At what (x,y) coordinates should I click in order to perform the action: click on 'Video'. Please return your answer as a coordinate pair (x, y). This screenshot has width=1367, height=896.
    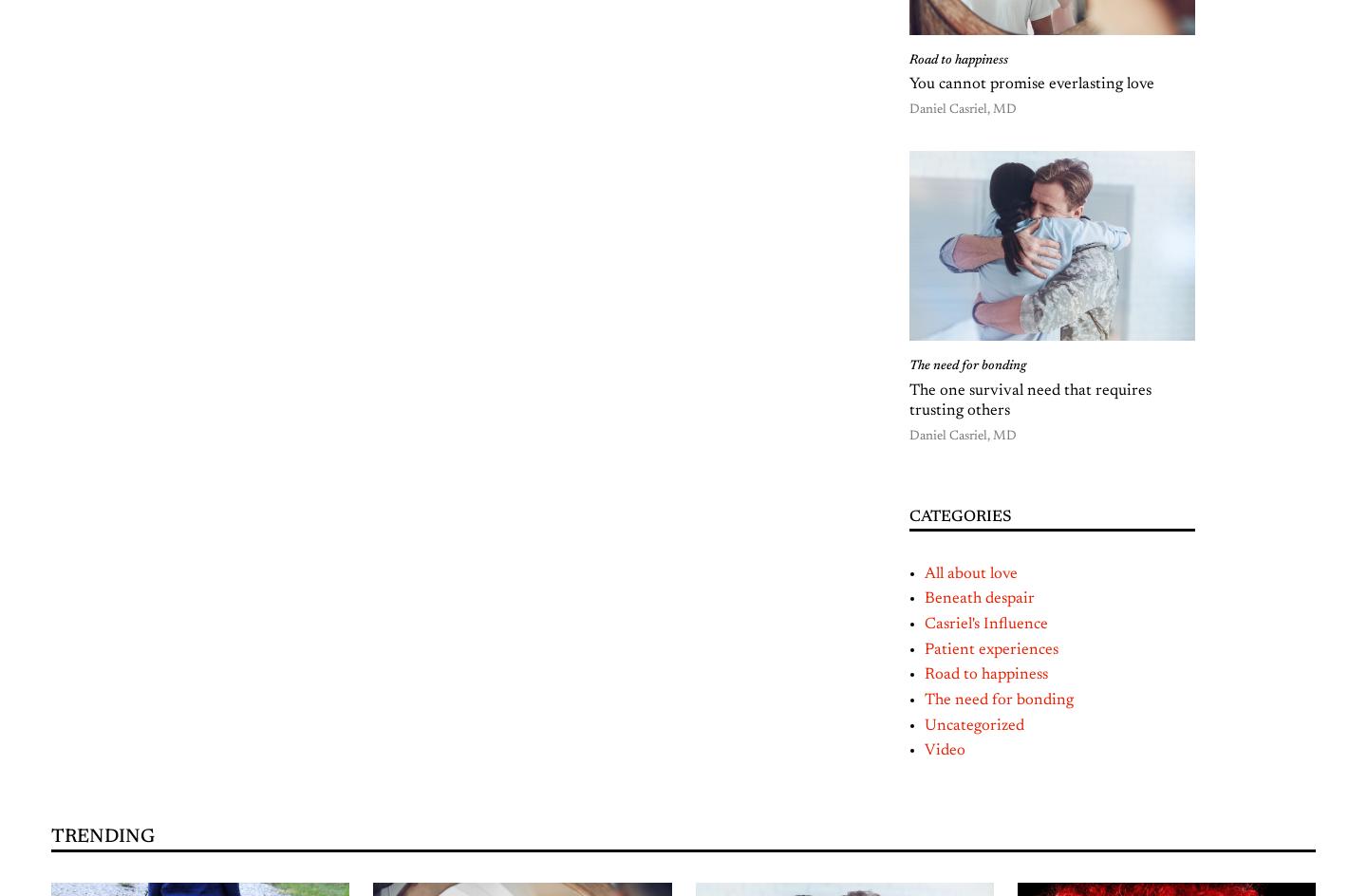
    Looking at the image, I should click on (944, 749).